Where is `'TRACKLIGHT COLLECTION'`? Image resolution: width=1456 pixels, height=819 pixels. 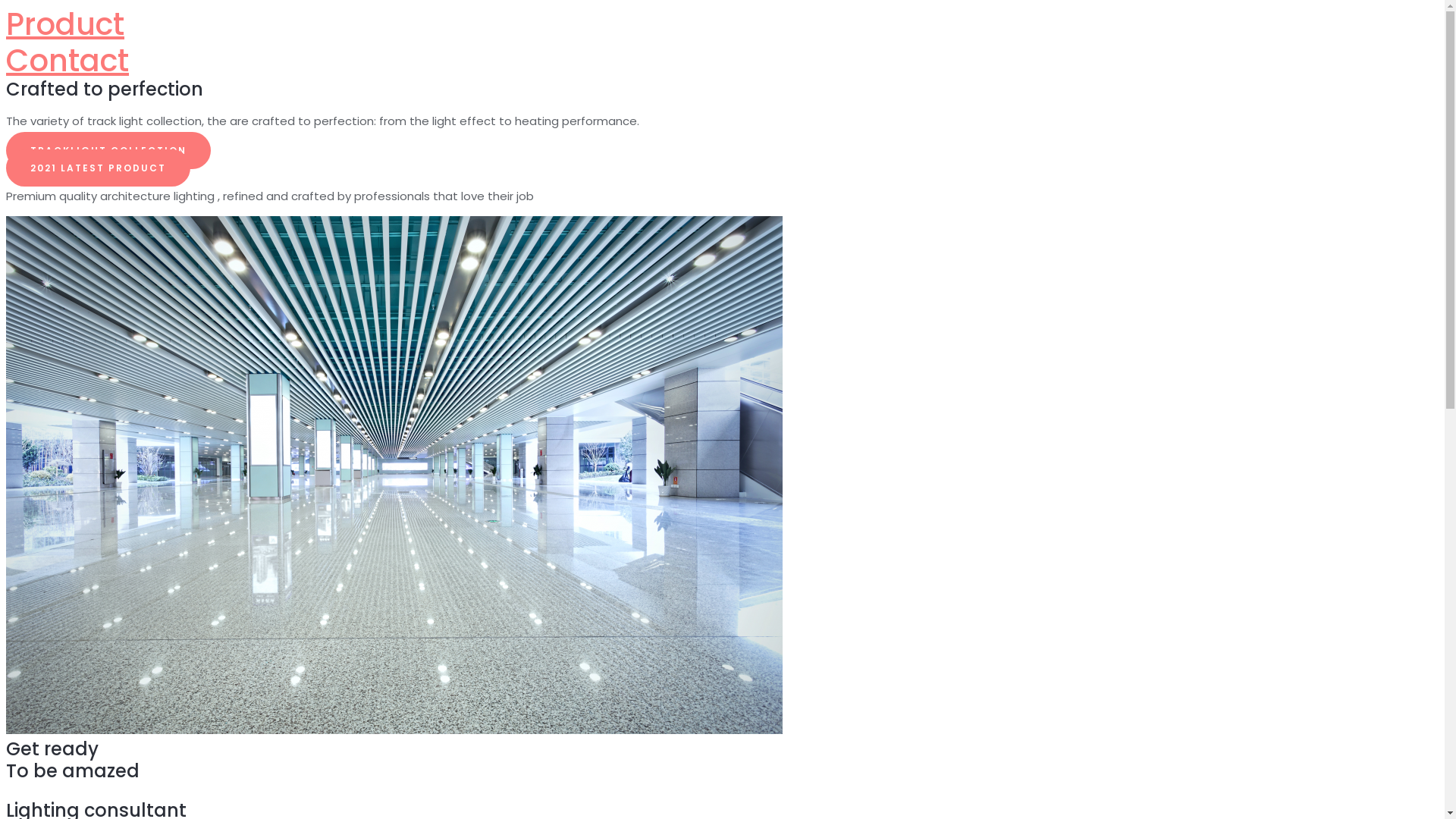 'TRACKLIGHT COLLECTION' is located at coordinates (108, 150).